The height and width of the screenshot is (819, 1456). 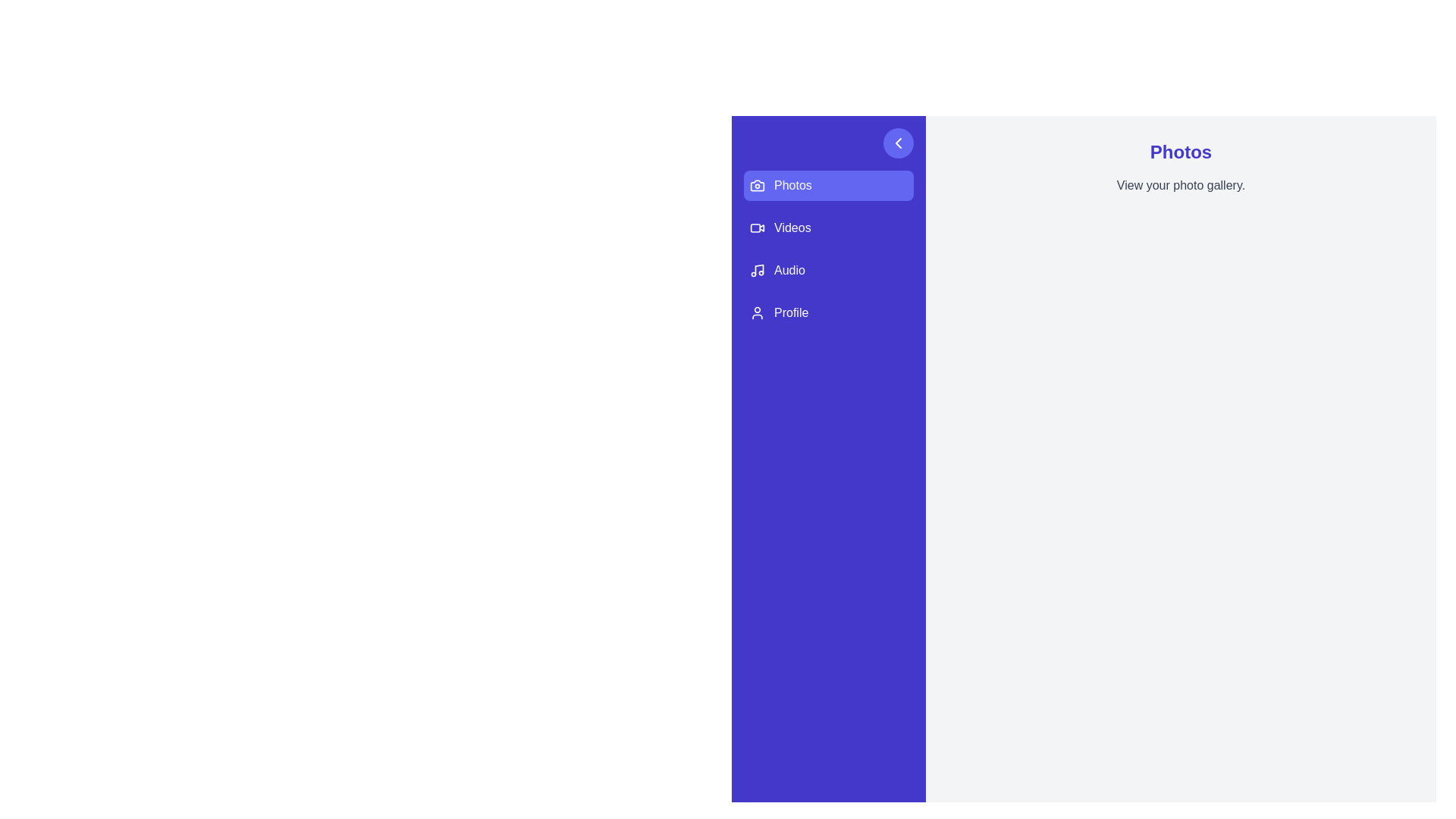 I want to click on the static text header 'Photos' which is a large, bold, indigo colored text located prominently at the top of its section, so click(x=1180, y=152).